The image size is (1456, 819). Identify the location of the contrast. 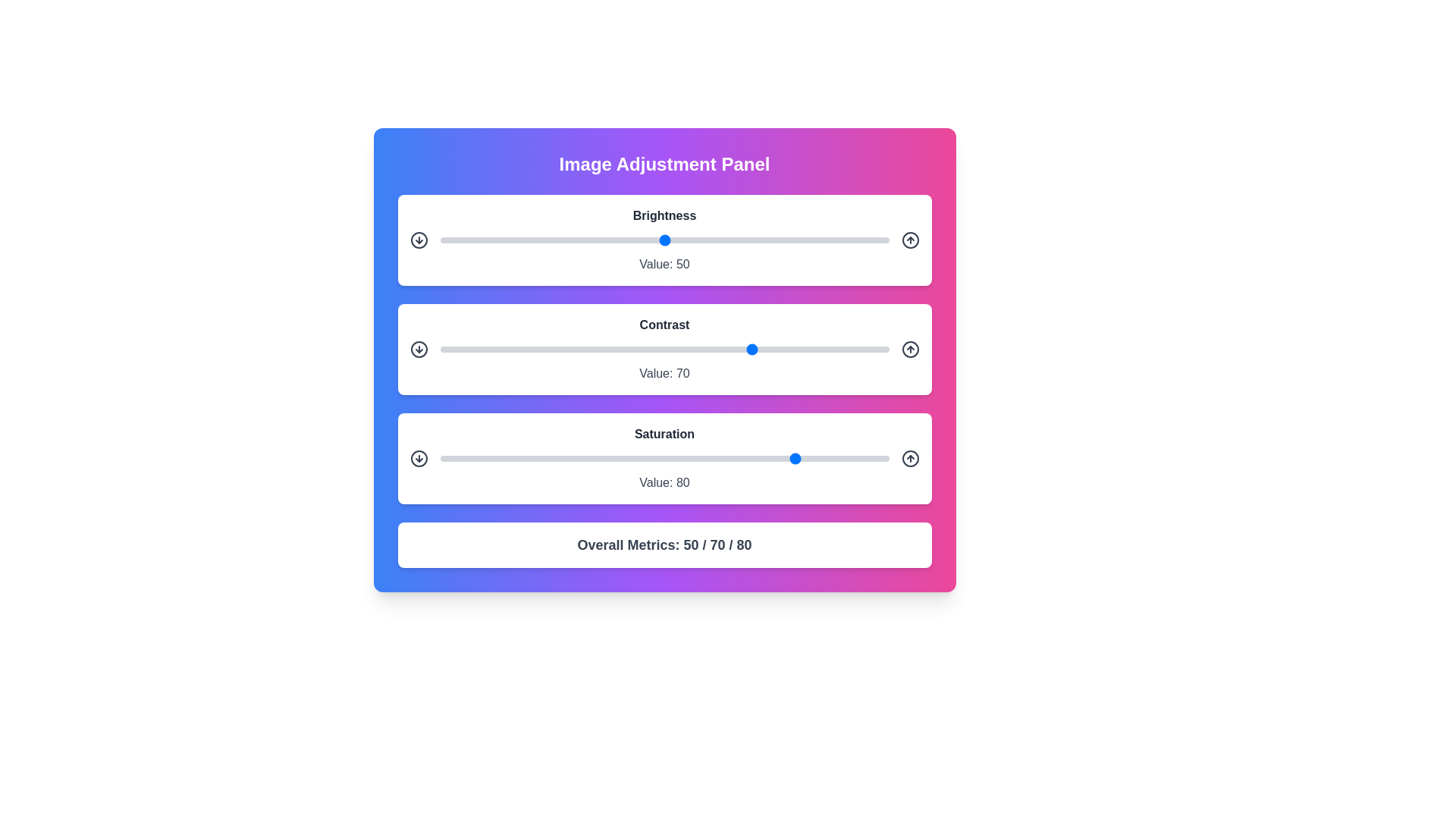
(708, 350).